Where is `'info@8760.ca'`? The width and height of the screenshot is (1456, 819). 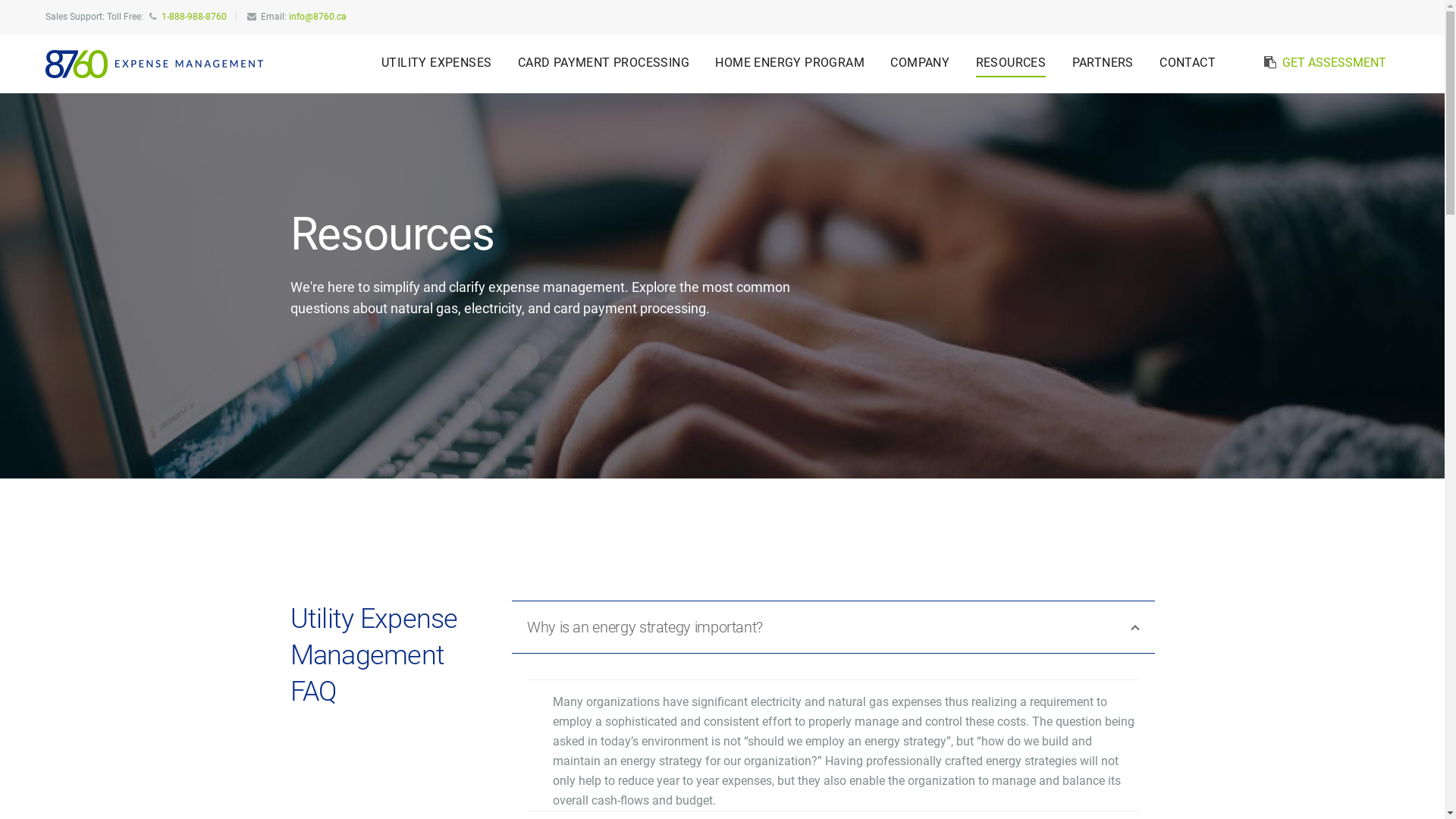 'info@8760.ca' is located at coordinates (316, 17).